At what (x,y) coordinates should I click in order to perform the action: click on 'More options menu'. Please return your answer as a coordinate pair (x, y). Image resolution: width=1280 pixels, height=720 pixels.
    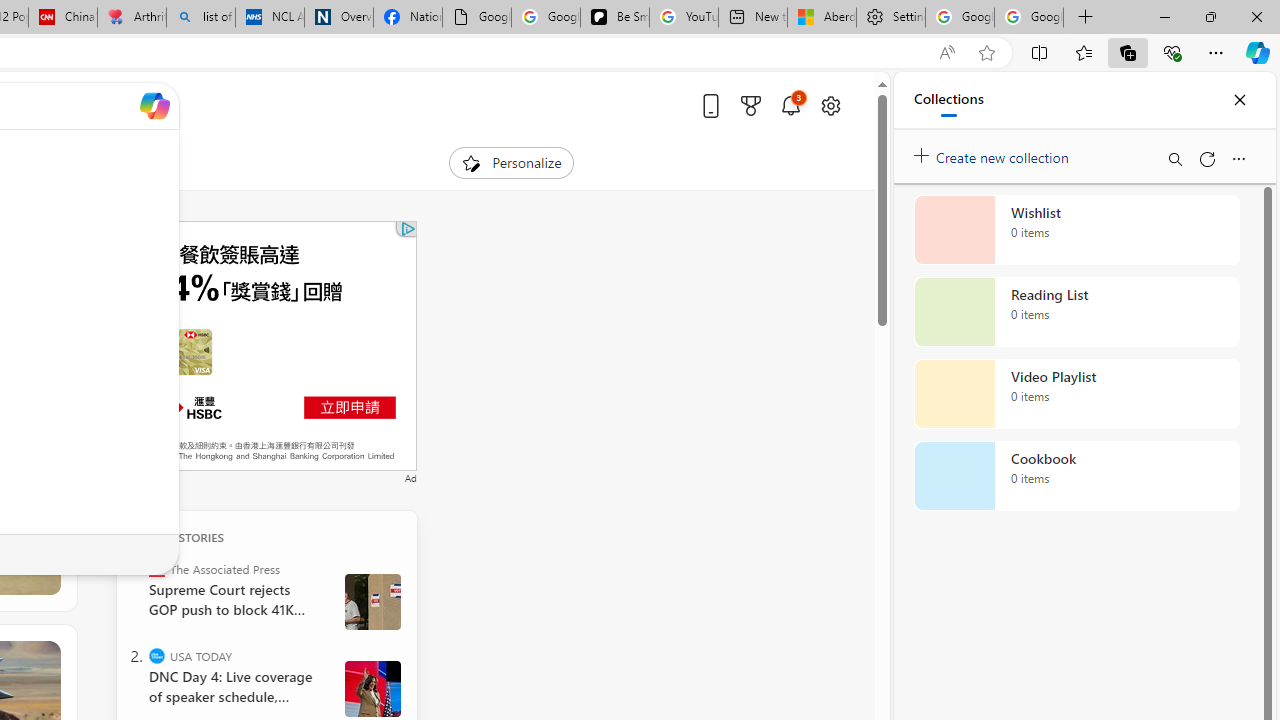
    Looking at the image, I should click on (1237, 158).